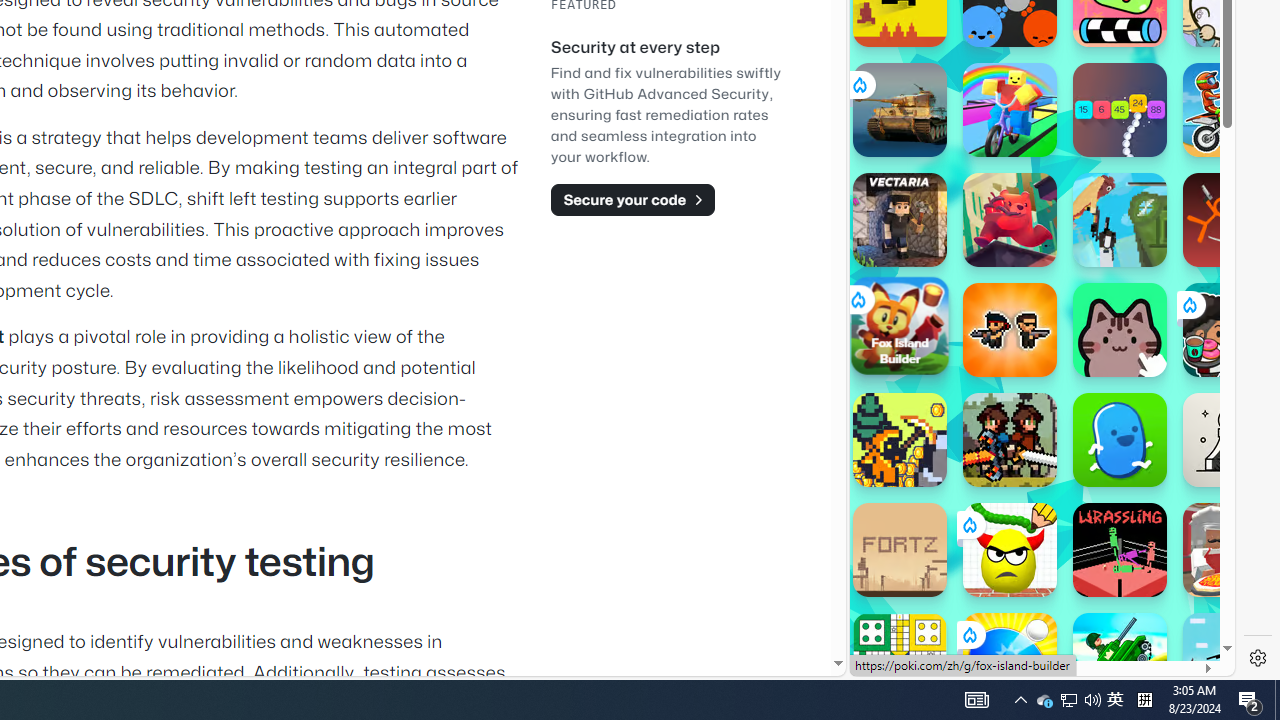  I want to click on 'Rainbow Obby Rainbow Obby', so click(1009, 110).